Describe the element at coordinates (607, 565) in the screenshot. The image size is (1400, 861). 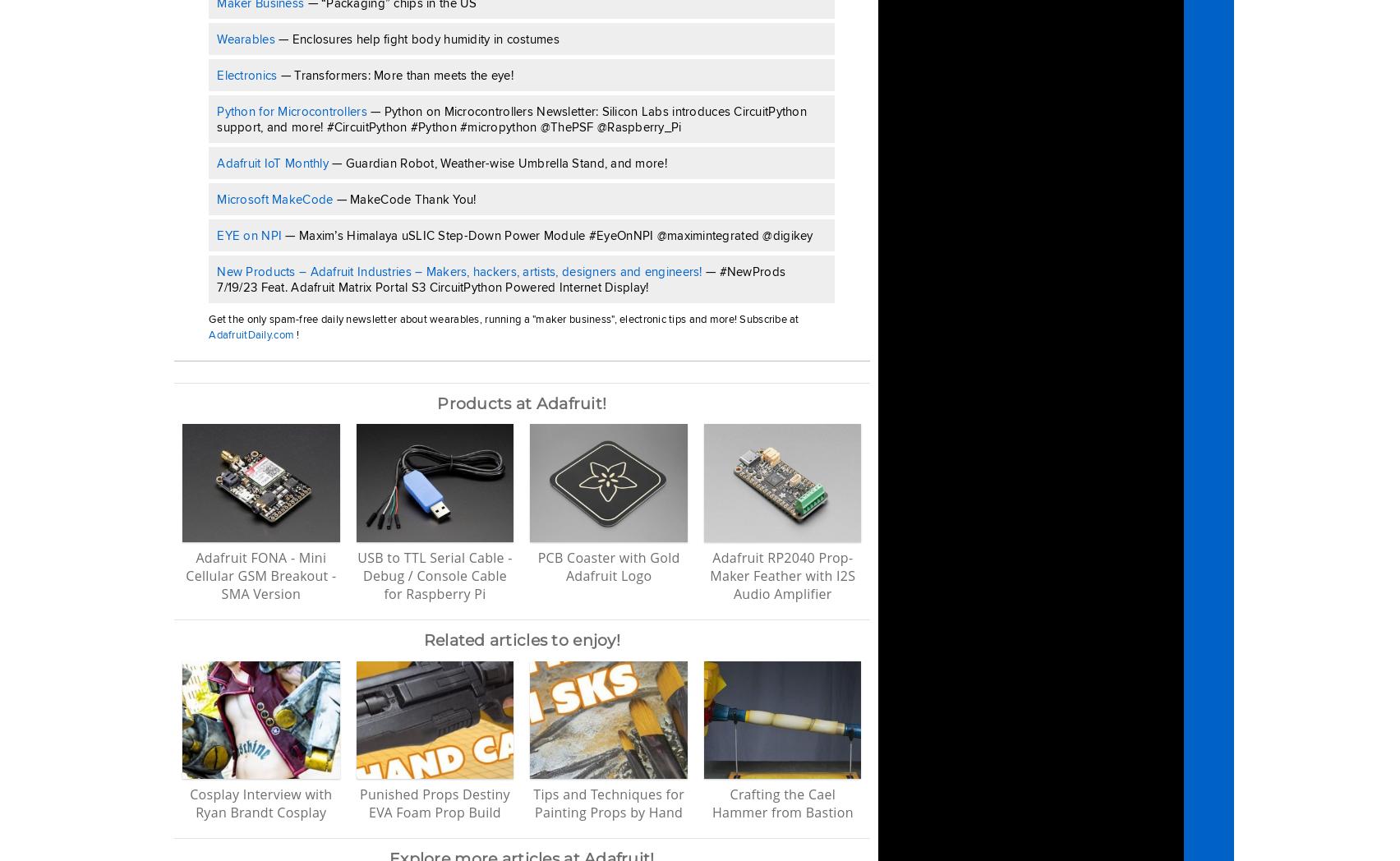
I see `'PCB Coaster with Gold Adafruit Logo'` at that location.